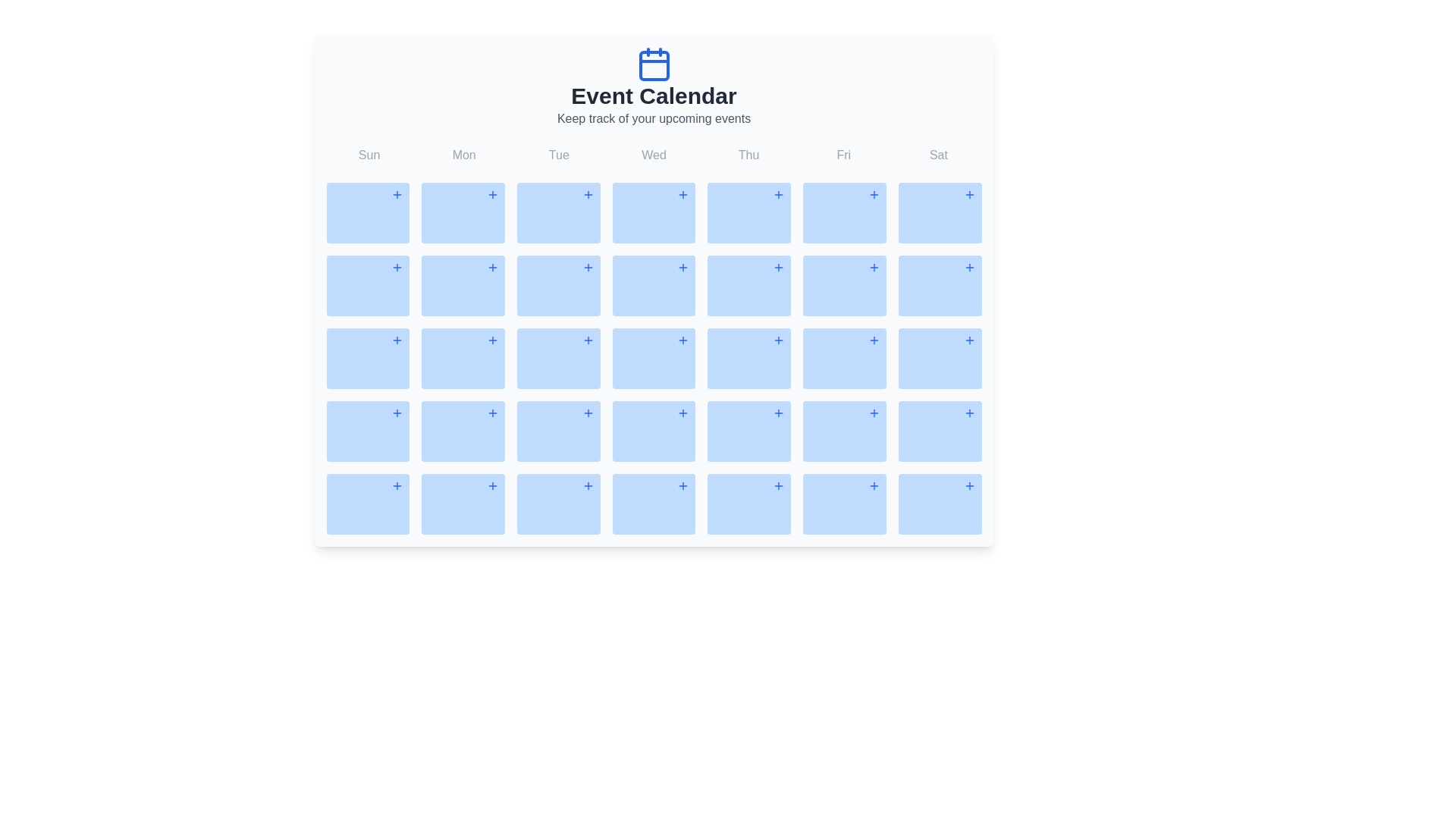  What do you see at coordinates (843, 155) in the screenshot?
I see `the static text label reading 'Fri', which is styled with a gray text color and is the sixth day label in a calendar layout, positioned between 'Thu' and 'Sat'` at bounding box center [843, 155].